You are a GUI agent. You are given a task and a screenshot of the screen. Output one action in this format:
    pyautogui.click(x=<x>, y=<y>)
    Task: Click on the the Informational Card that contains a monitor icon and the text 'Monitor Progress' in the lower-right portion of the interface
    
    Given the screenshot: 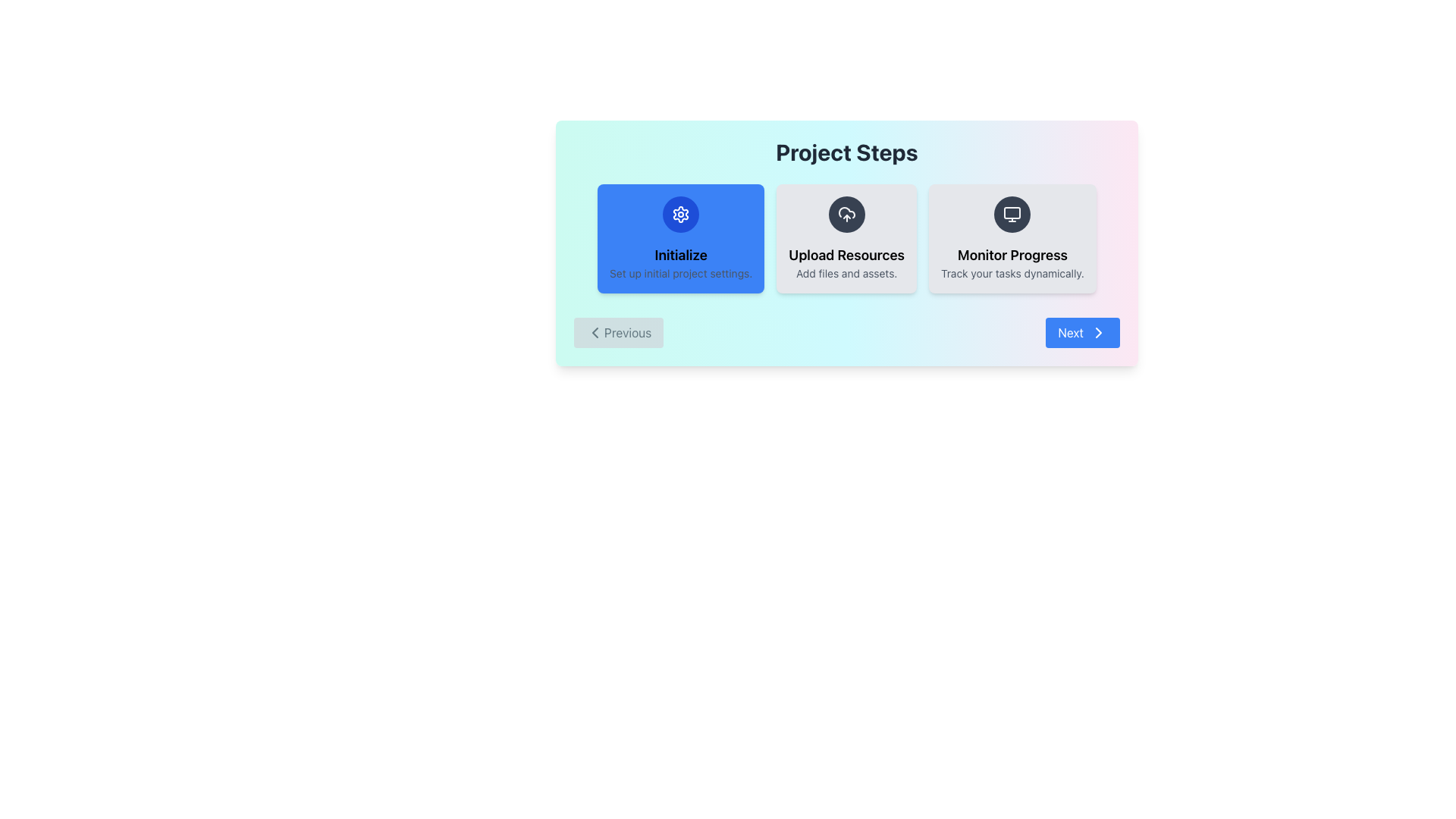 What is the action you would take?
    pyautogui.click(x=1012, y=239)
    